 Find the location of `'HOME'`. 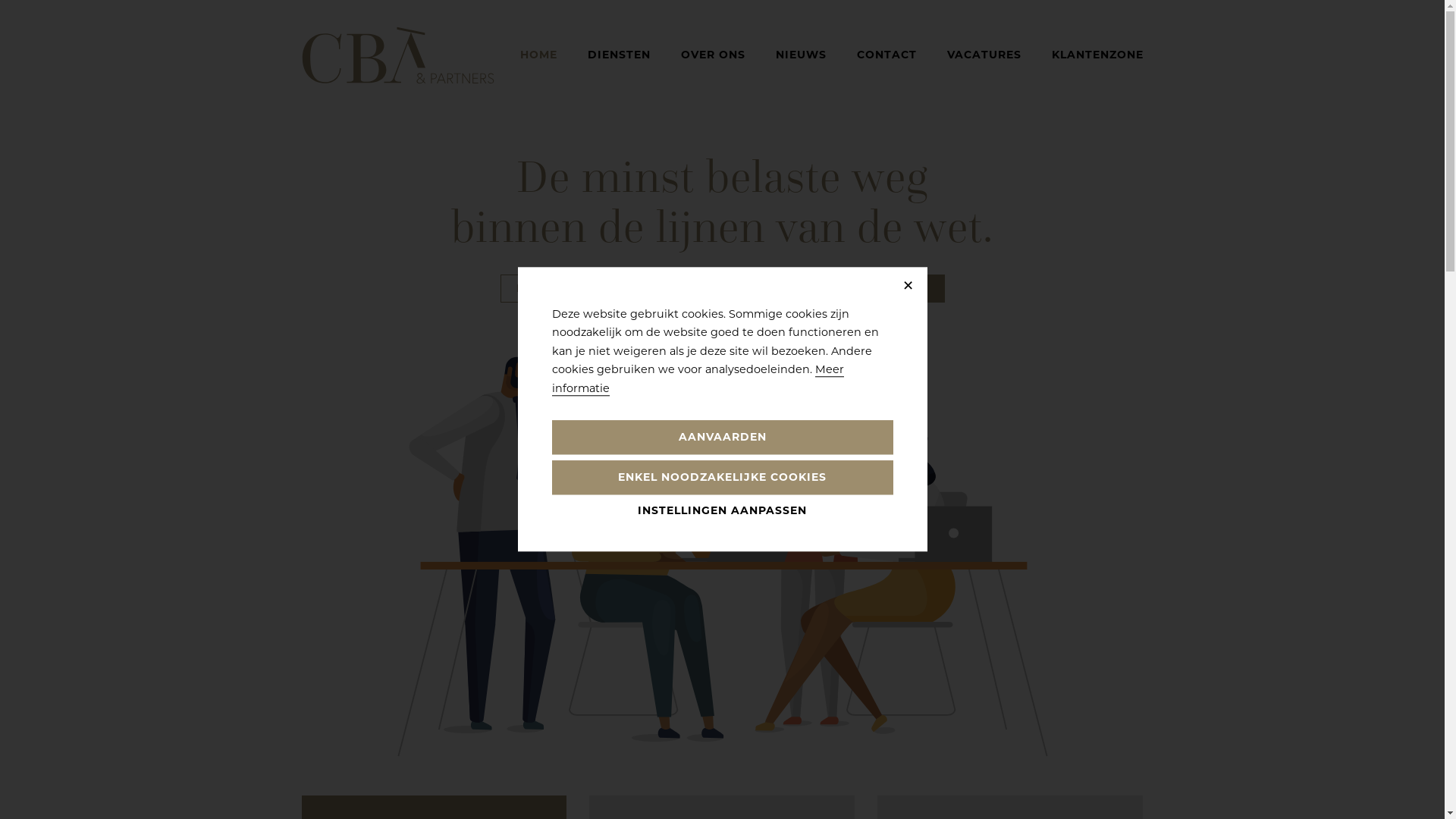

'HOME' is located at coordinates (538, 54).